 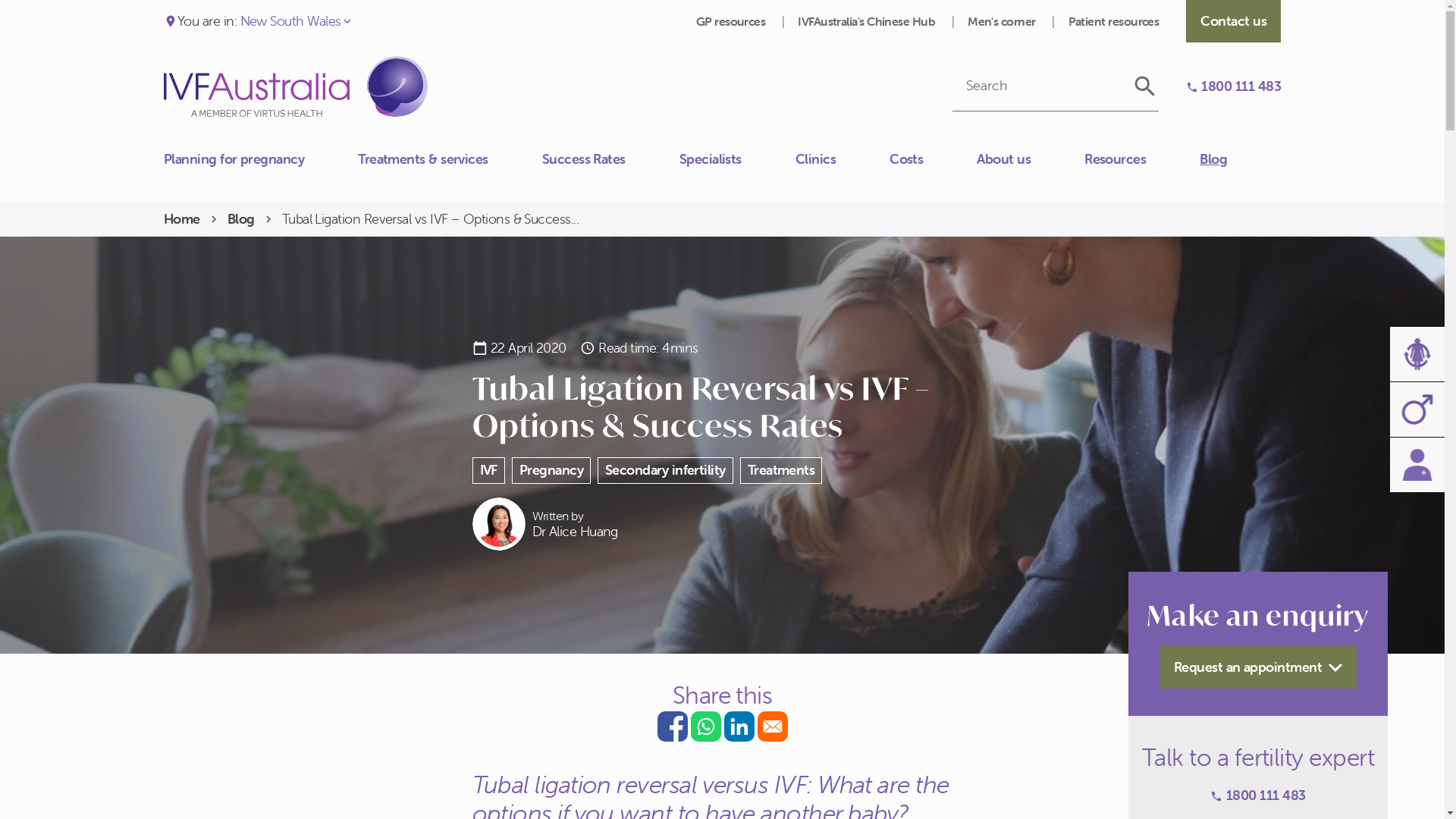 I want to click on 'Find out more about Dr Alice Huang', so click(x=471, y=522).